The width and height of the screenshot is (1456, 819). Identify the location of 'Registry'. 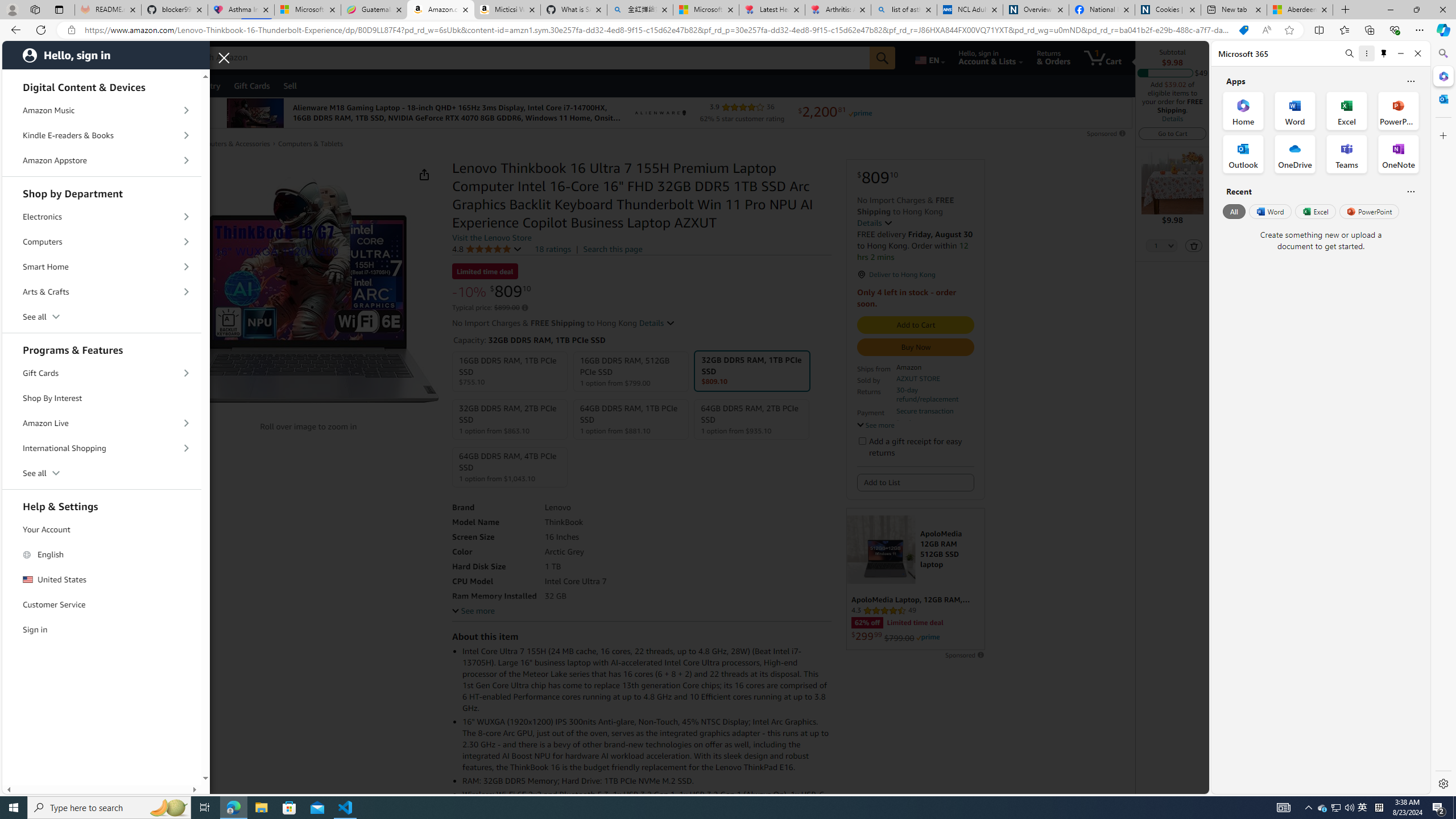
(204, 85).